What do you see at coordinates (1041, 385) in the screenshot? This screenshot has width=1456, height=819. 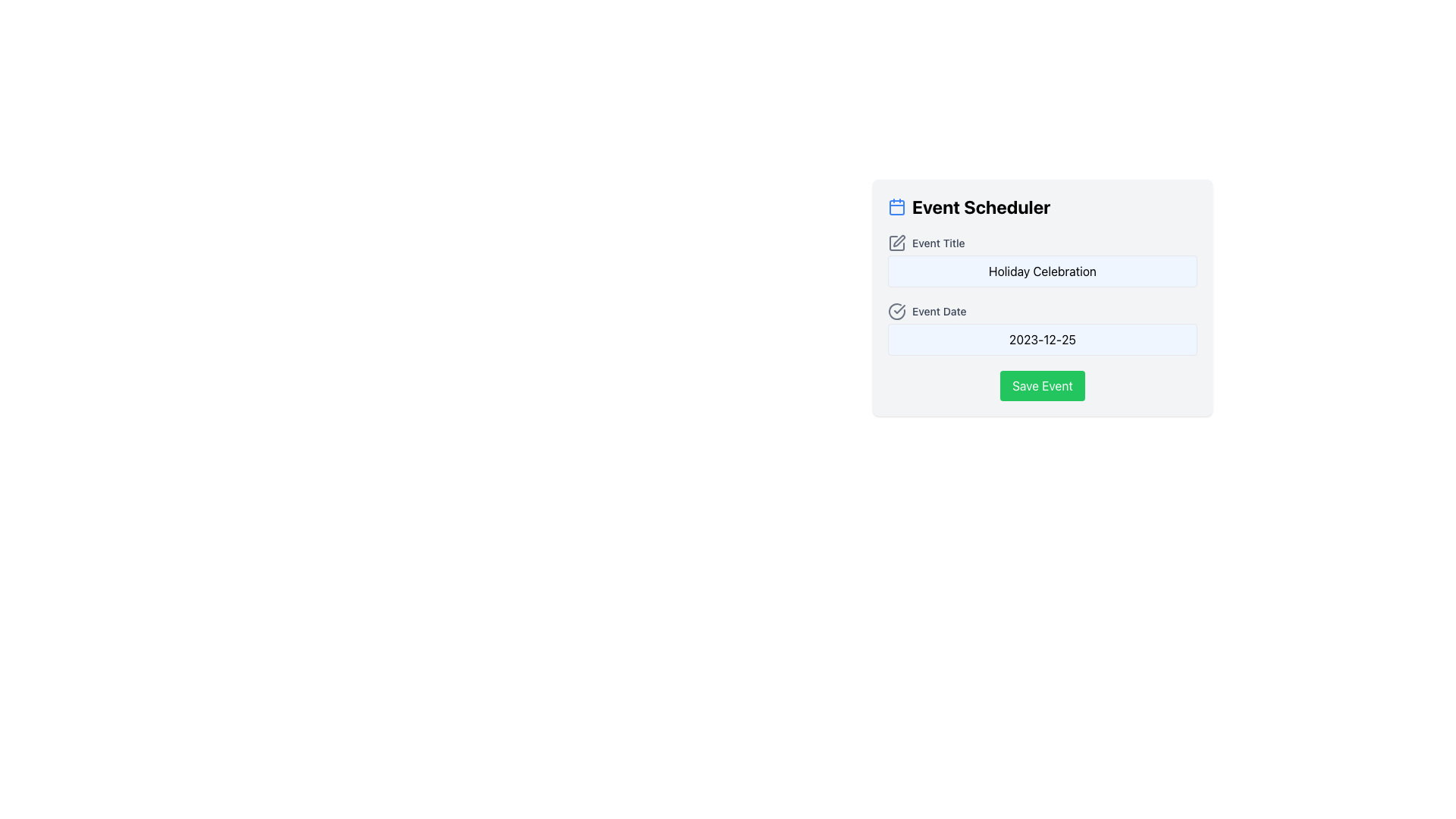 I see `the save button located below the form fields in the 'Event Scheduler' section, directly under the 'Event Date' input field` at bounding box center [1041, 385].